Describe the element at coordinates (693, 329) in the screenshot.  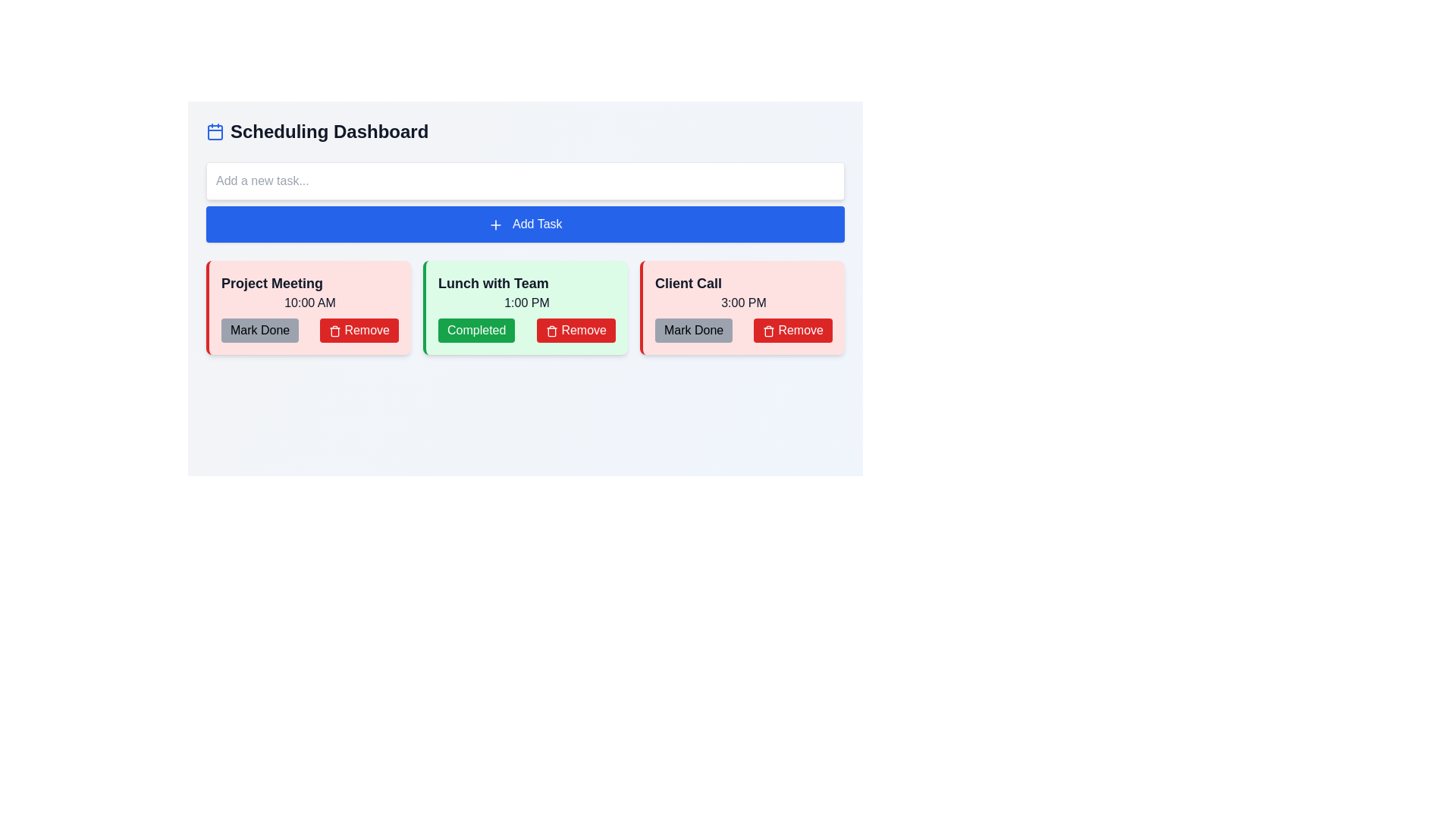
I see `the leftmost button in the horizontal button group at the bottom of the 'Client Call' card (3:00 PM)` at that location.